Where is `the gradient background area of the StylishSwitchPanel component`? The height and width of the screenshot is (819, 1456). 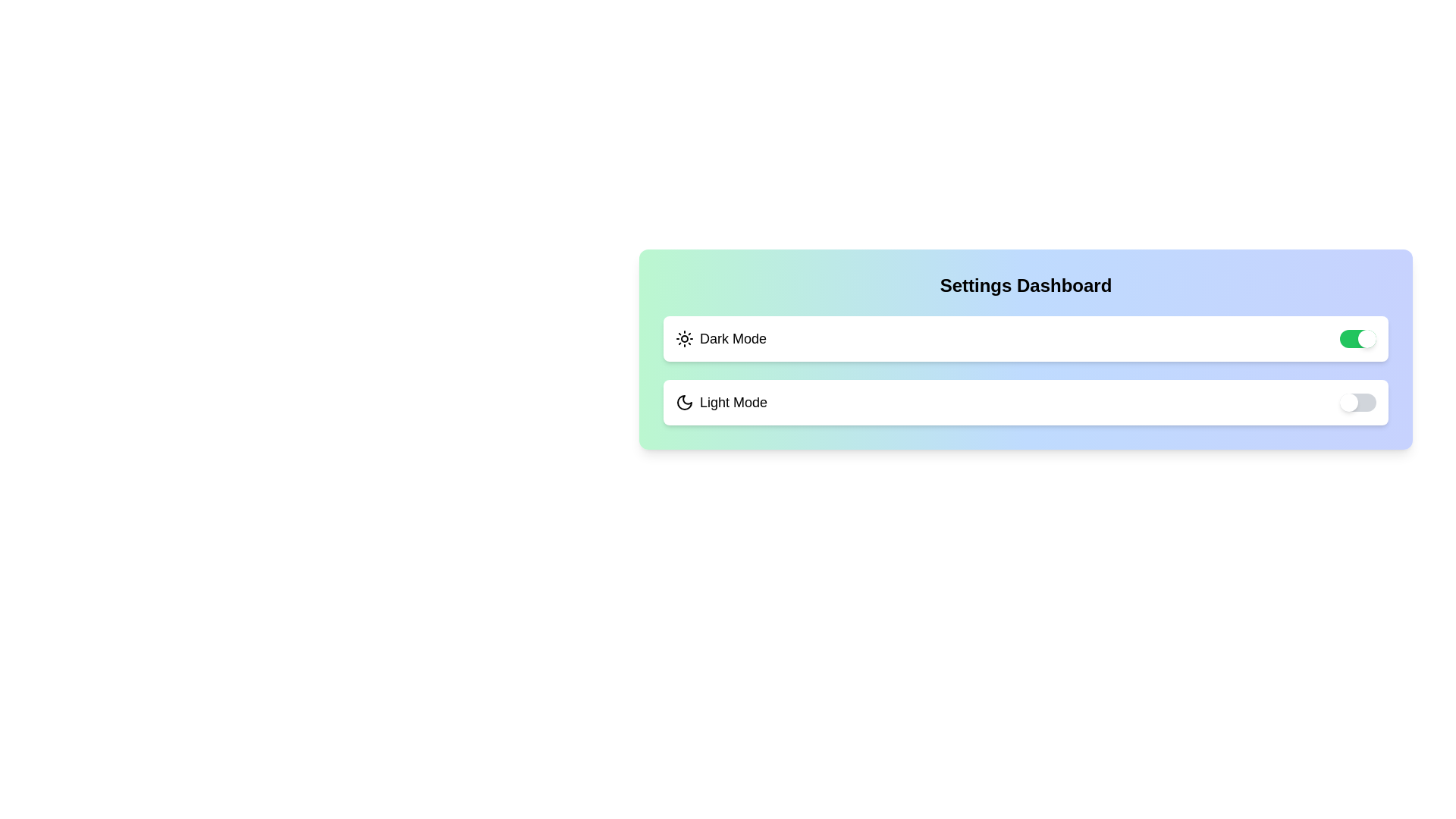
the gradient background area of the StylishSwitchPanel component is located at coordinates (639, 248).